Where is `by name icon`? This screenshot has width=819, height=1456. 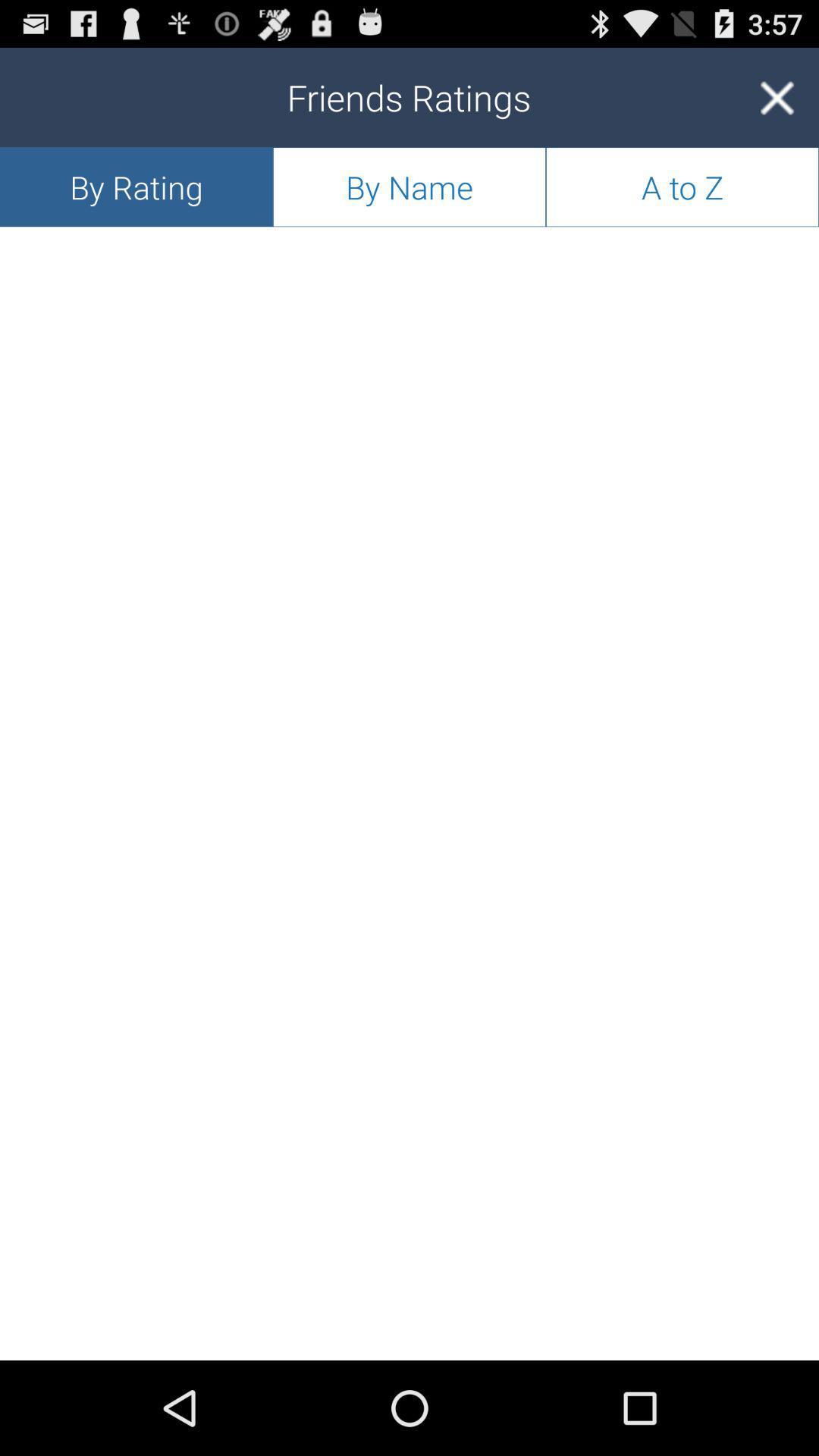 by name icon is located at coordinates (409, 186).